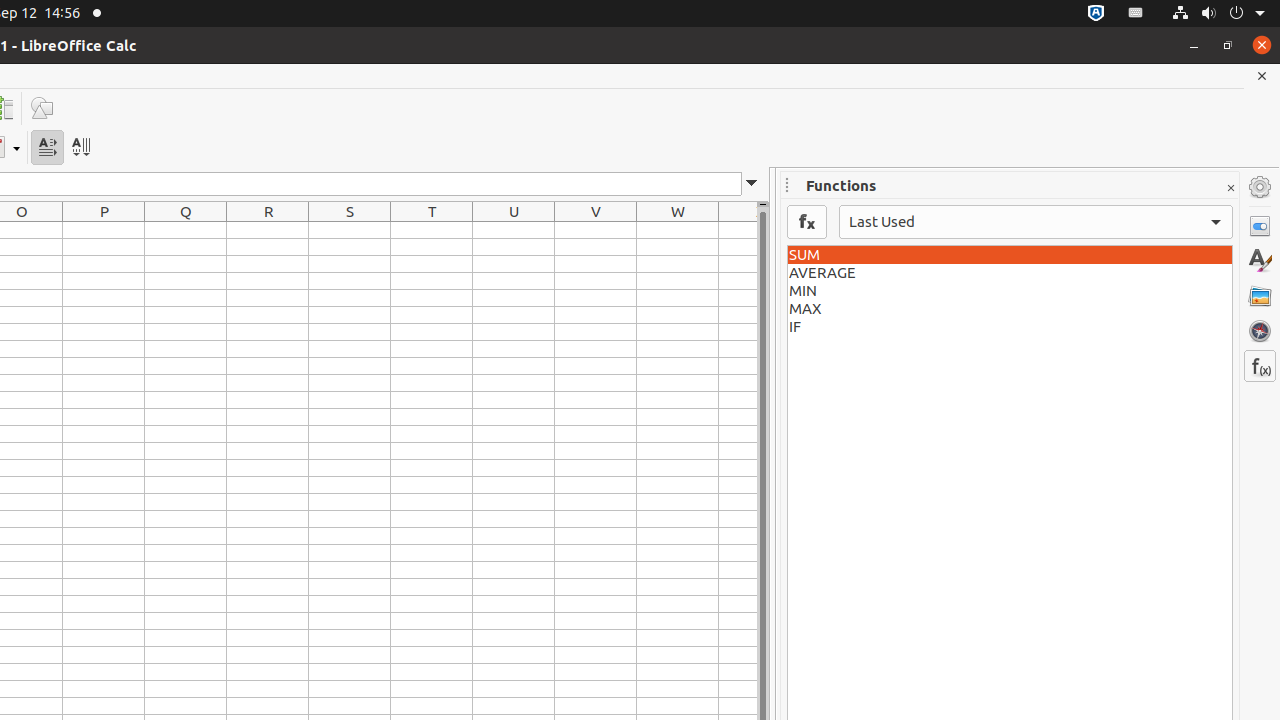  Describe the element at coordinates (103, 229) in the screenshot. I see `'P1'` at that location.